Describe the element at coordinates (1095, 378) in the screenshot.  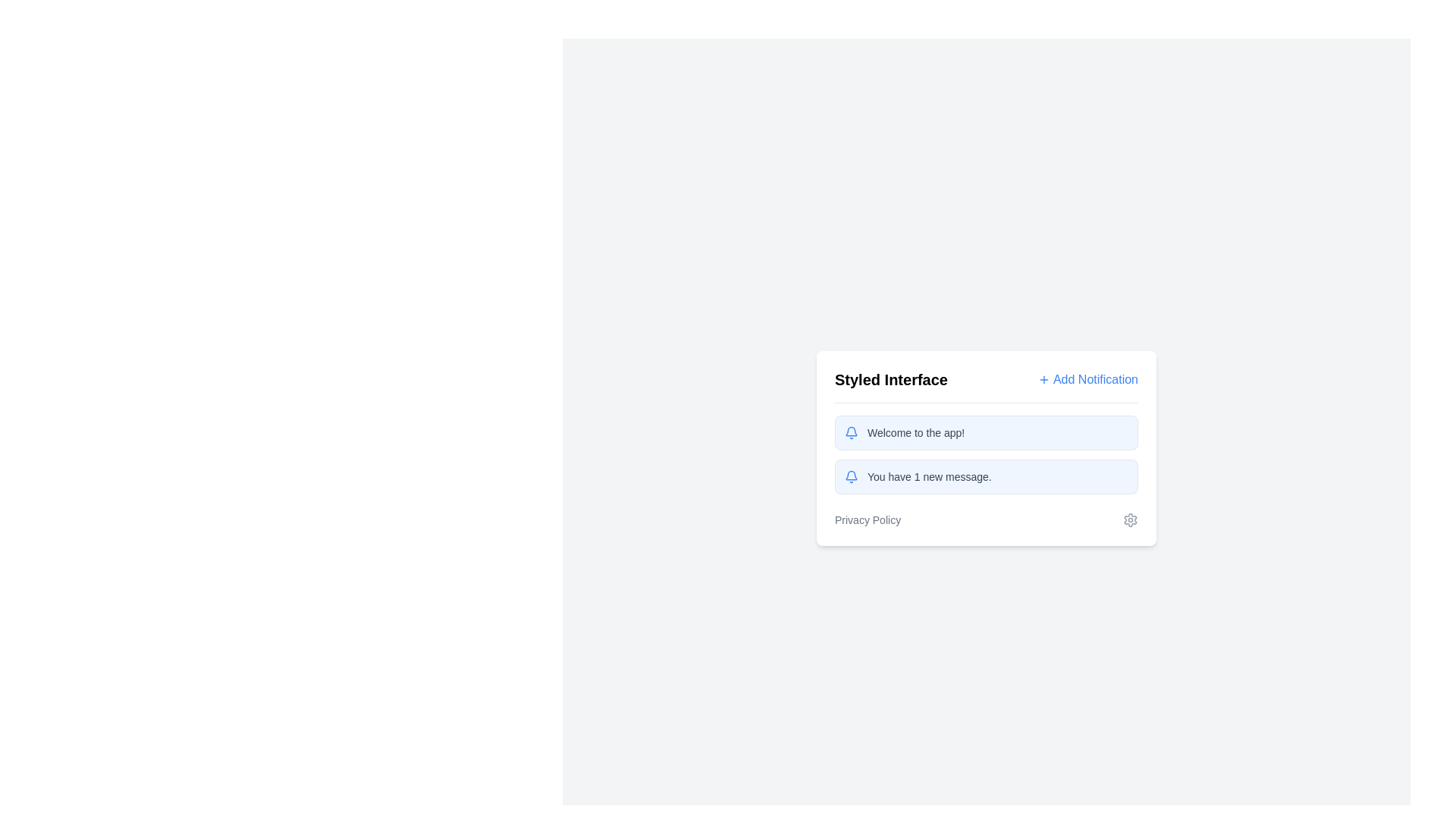
I see `the clickable text 'Add Notification', which is styled in blue and located to the top-right of the 'Styled Interface' panel` at that location.